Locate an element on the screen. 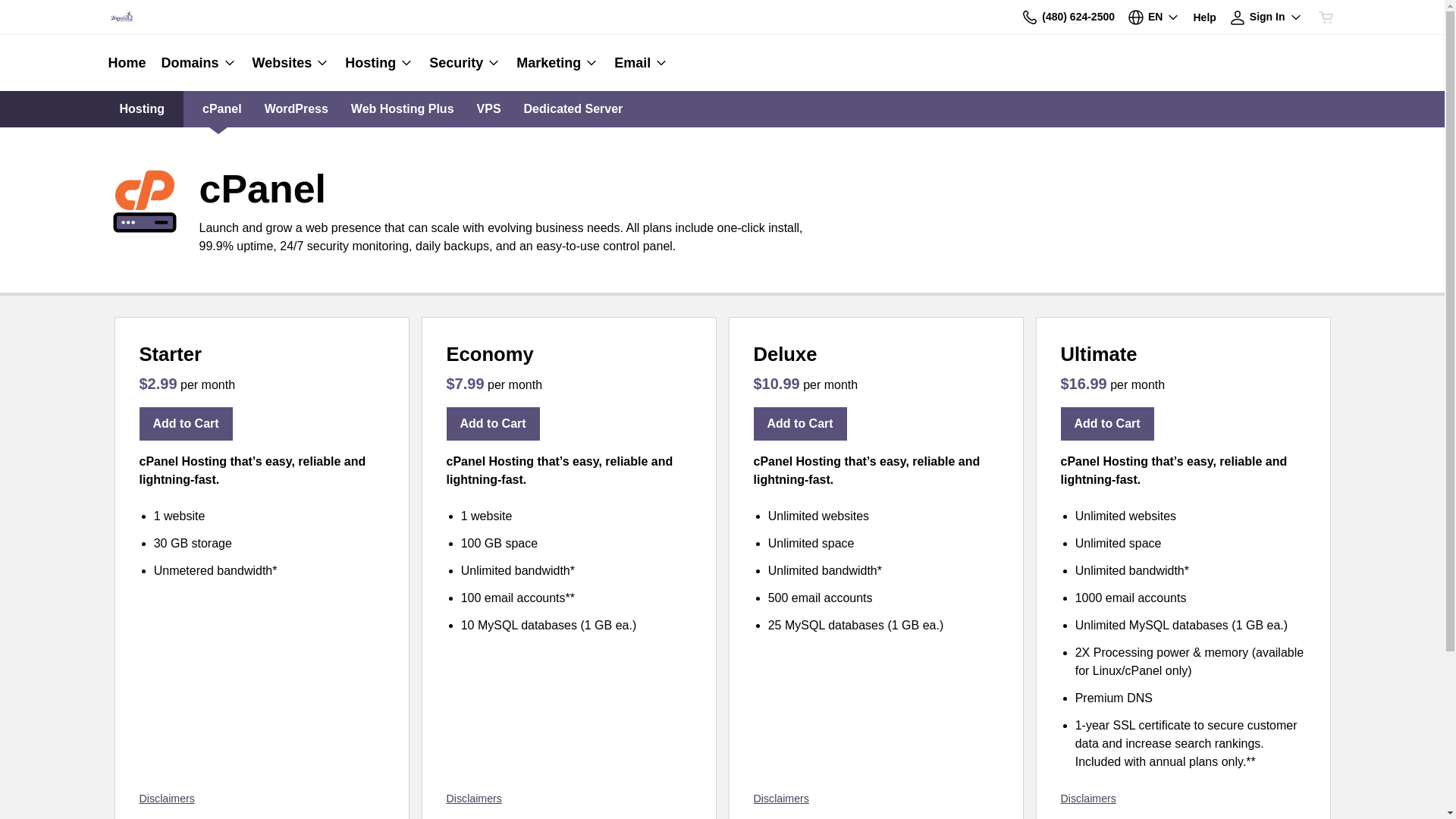 The image size is (1456, 819). '(480) 624-2500' is located at coordinates (1066, 17).